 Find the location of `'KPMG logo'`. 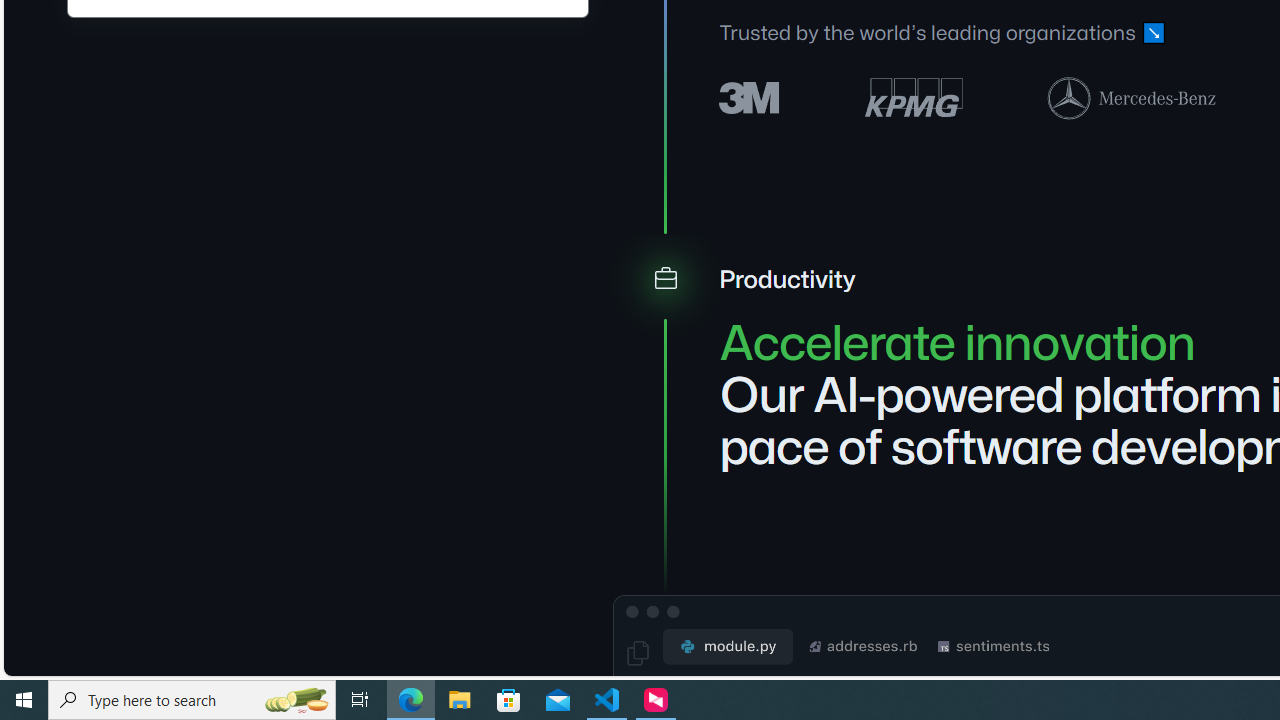

'KPMG logo' is located at coordinates (912, 97).